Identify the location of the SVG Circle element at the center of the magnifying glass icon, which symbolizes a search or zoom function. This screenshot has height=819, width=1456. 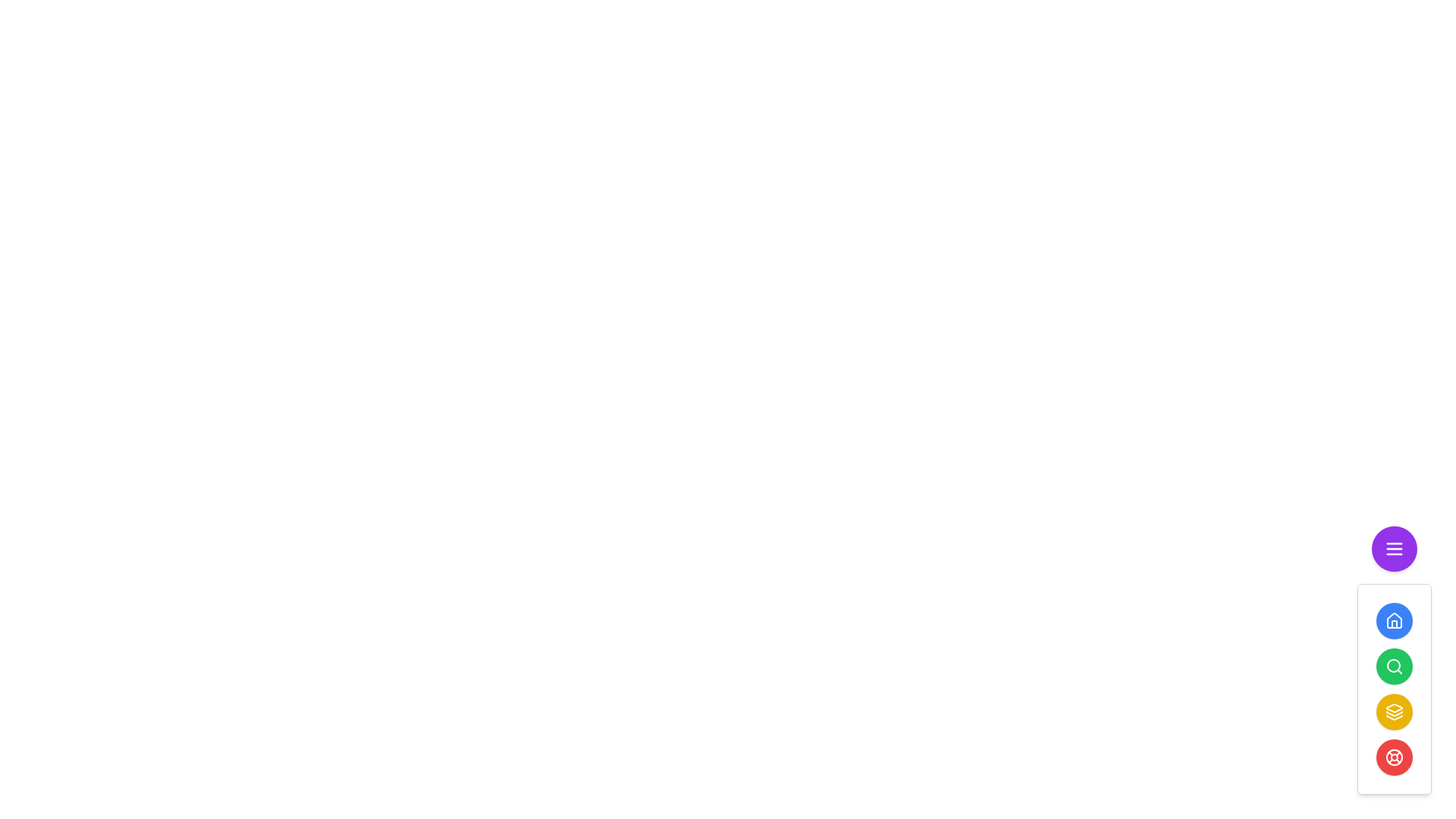
(1394, 665).